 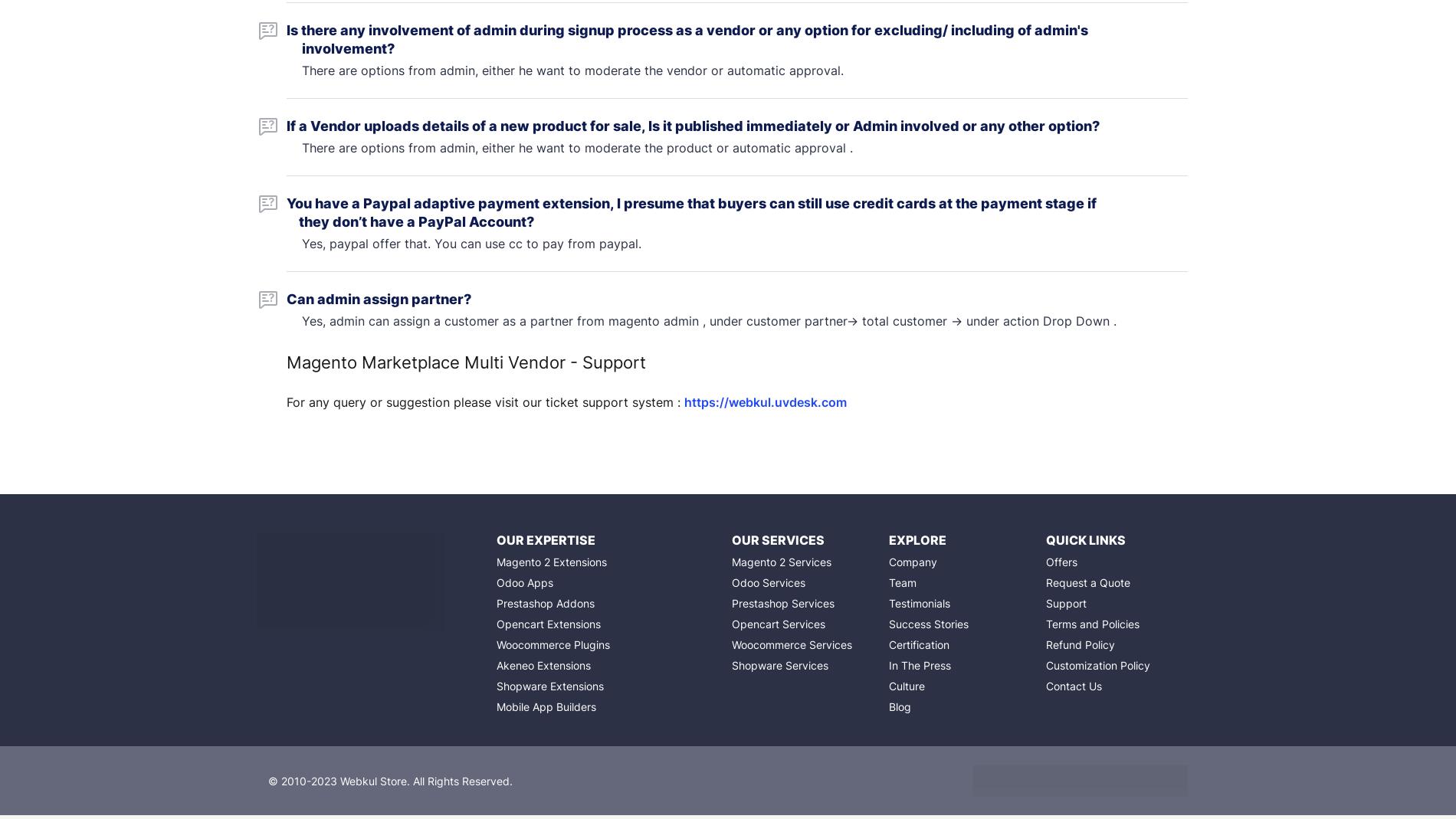 What do you see at coordinates (495, 603) in the screenshot?
I see `'Prestashop Addons'` at bounding box center [495, 603].